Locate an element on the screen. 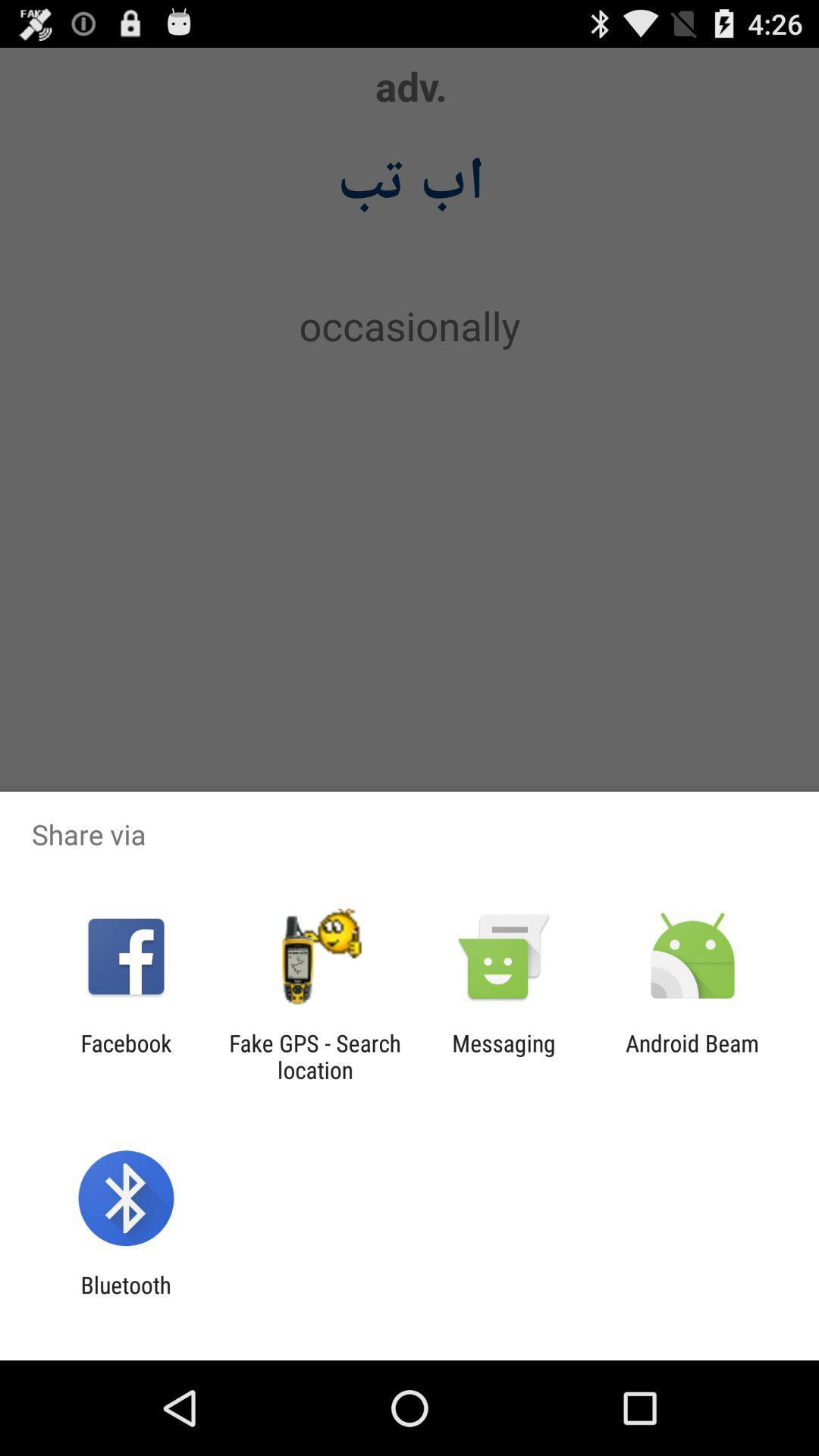  icon to the left of the fake gps search is located at coordinates (125, 1056).